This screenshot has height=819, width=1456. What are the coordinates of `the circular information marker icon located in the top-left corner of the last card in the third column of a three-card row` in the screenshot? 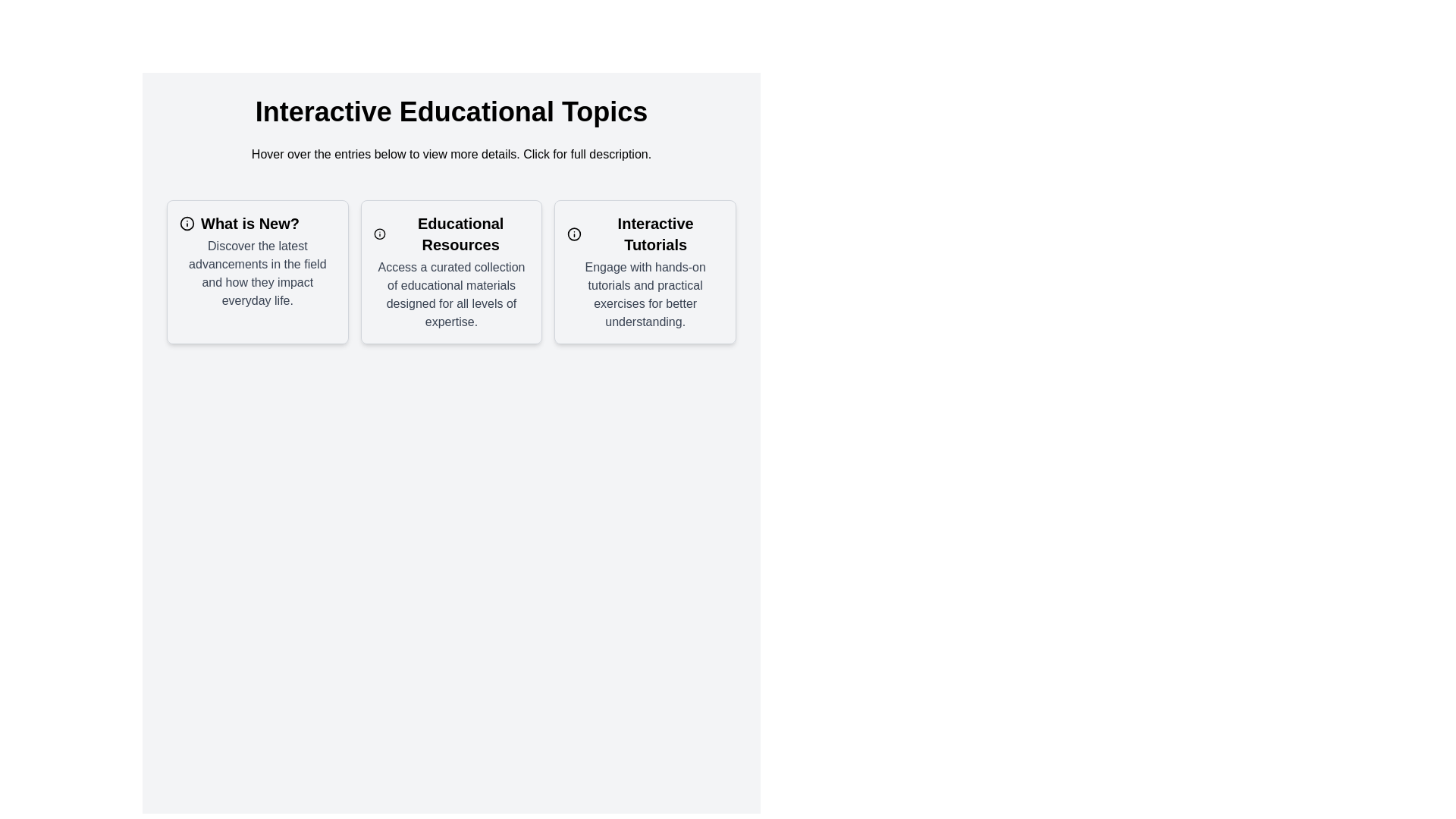 It's located at (573, 234).